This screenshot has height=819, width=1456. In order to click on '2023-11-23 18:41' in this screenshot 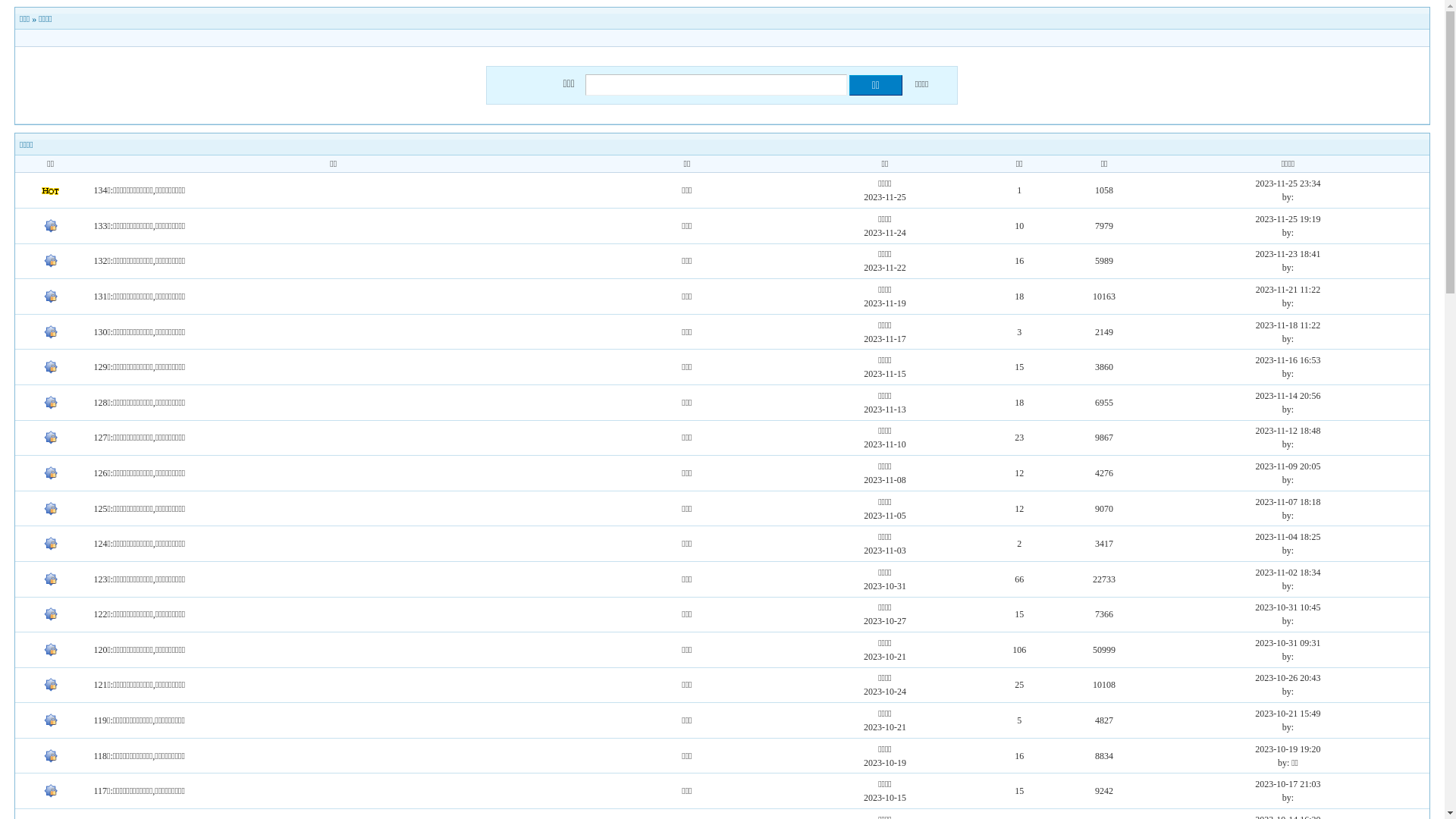, I will do `click(1256, 253)`.